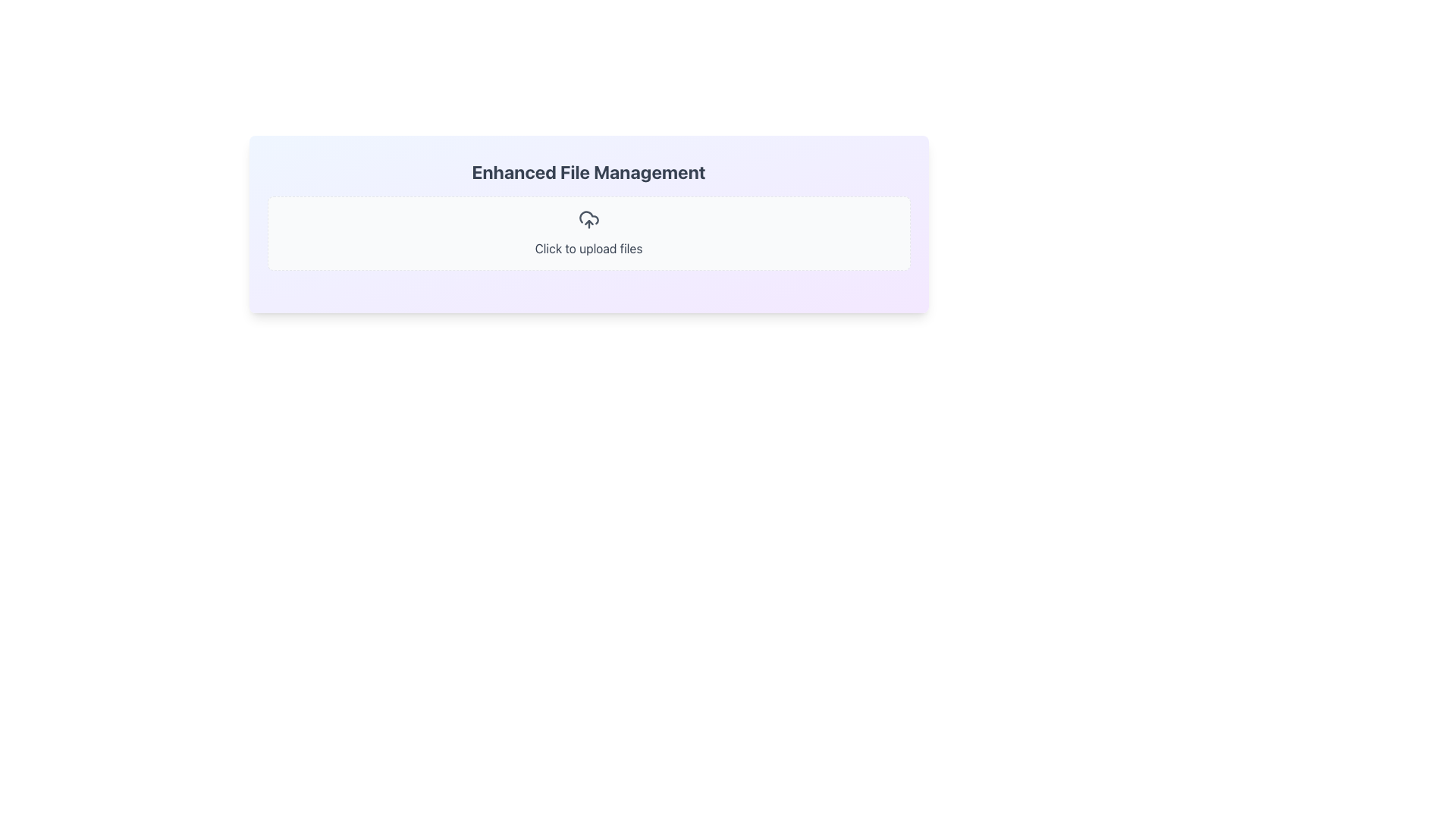 Image resolution: width=1456 pixels, height=819 pixels. Describe the element at coordinates (588, 247) in the screenshot. I see `the static text prompt located below the upload icon to initiate the file upload action` at that location.